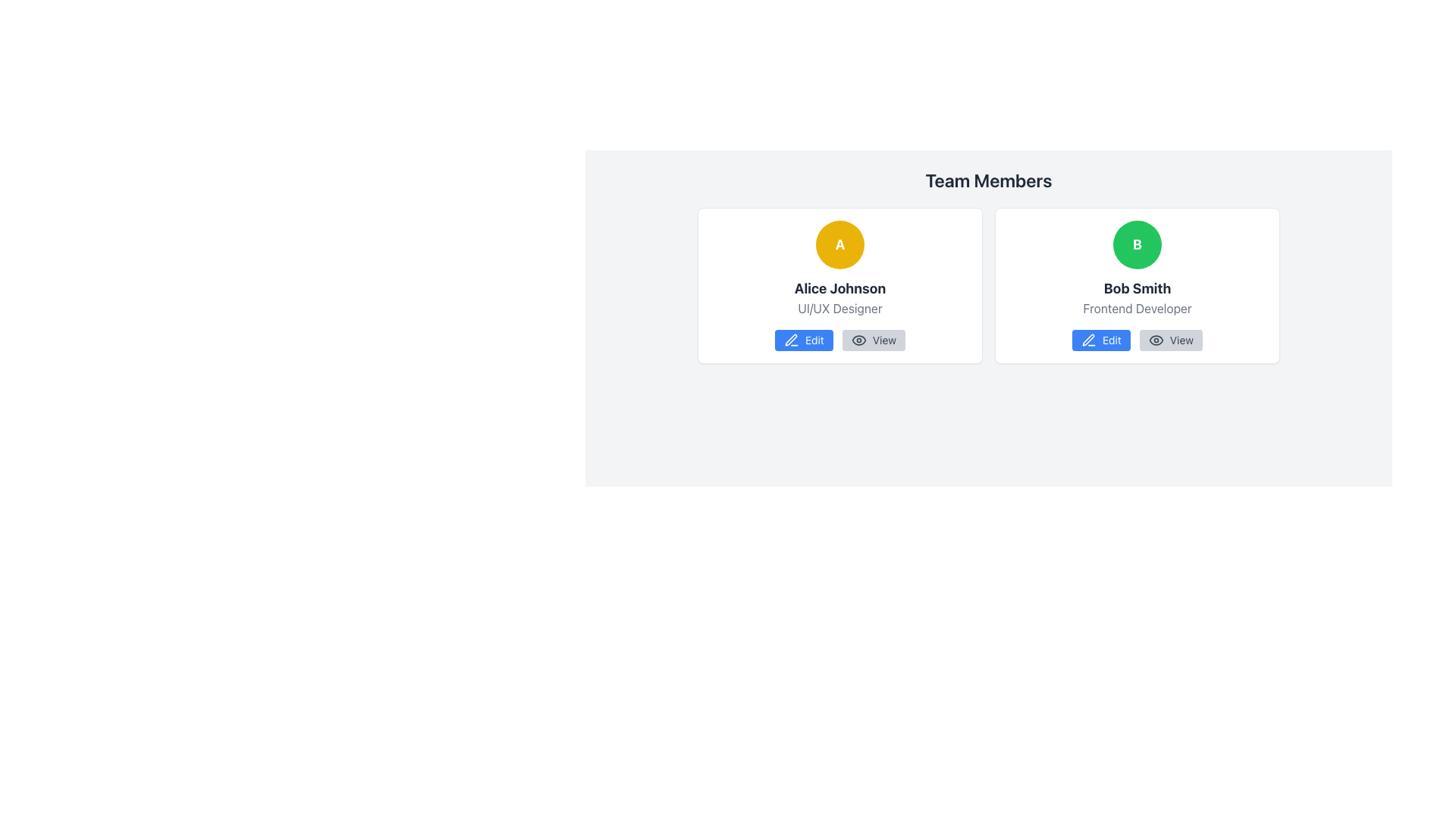 This screenshot has width=1456, height=819. I want to click on the blue 'Edit' button with a pen icon located at the bottom-left corner of the second card associated with 'Bob Smith - Frontend Developer', so click(1100, 339).